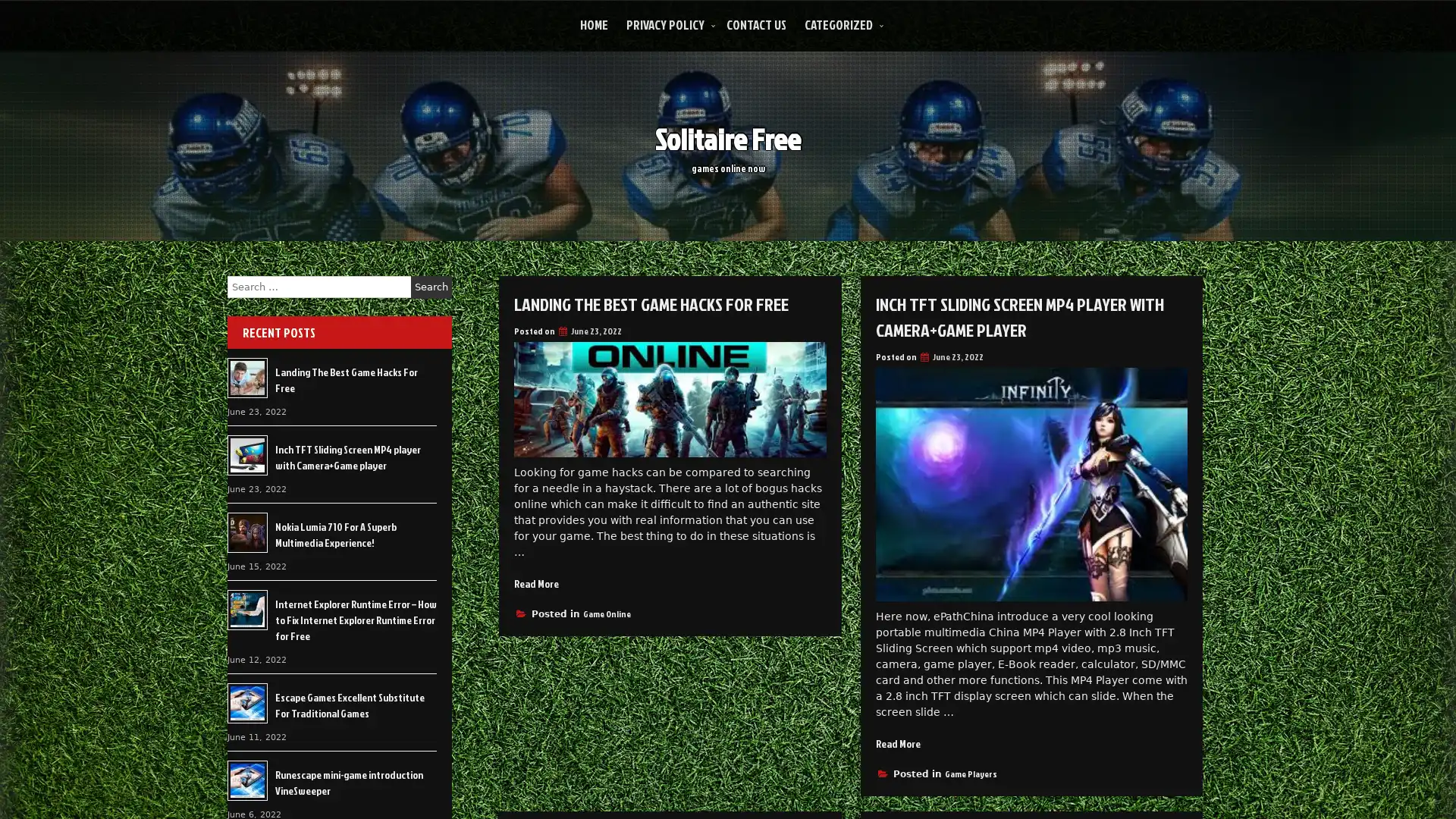 This screenshot has width=1456, height=819. Describe the element at coordinates (431, 287) in the screenshot. I see `Search` at that location.